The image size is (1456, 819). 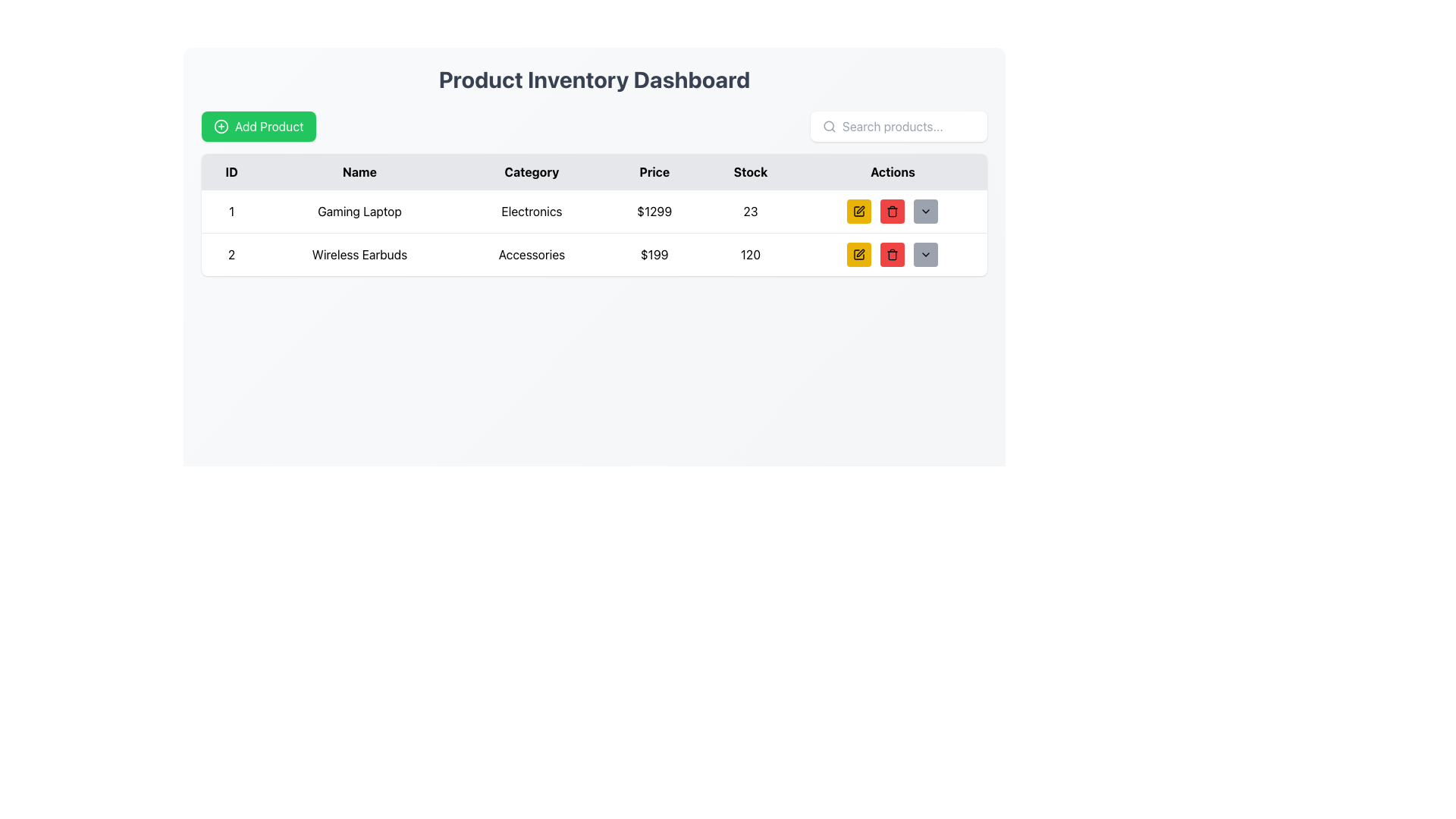 I want to click on the static text element that reads 'Wireless Earbuds', which is the second text element in the 'Name' column of the table, located between the 'ID' column and the 'Category' column, so click(x=359, y=253).